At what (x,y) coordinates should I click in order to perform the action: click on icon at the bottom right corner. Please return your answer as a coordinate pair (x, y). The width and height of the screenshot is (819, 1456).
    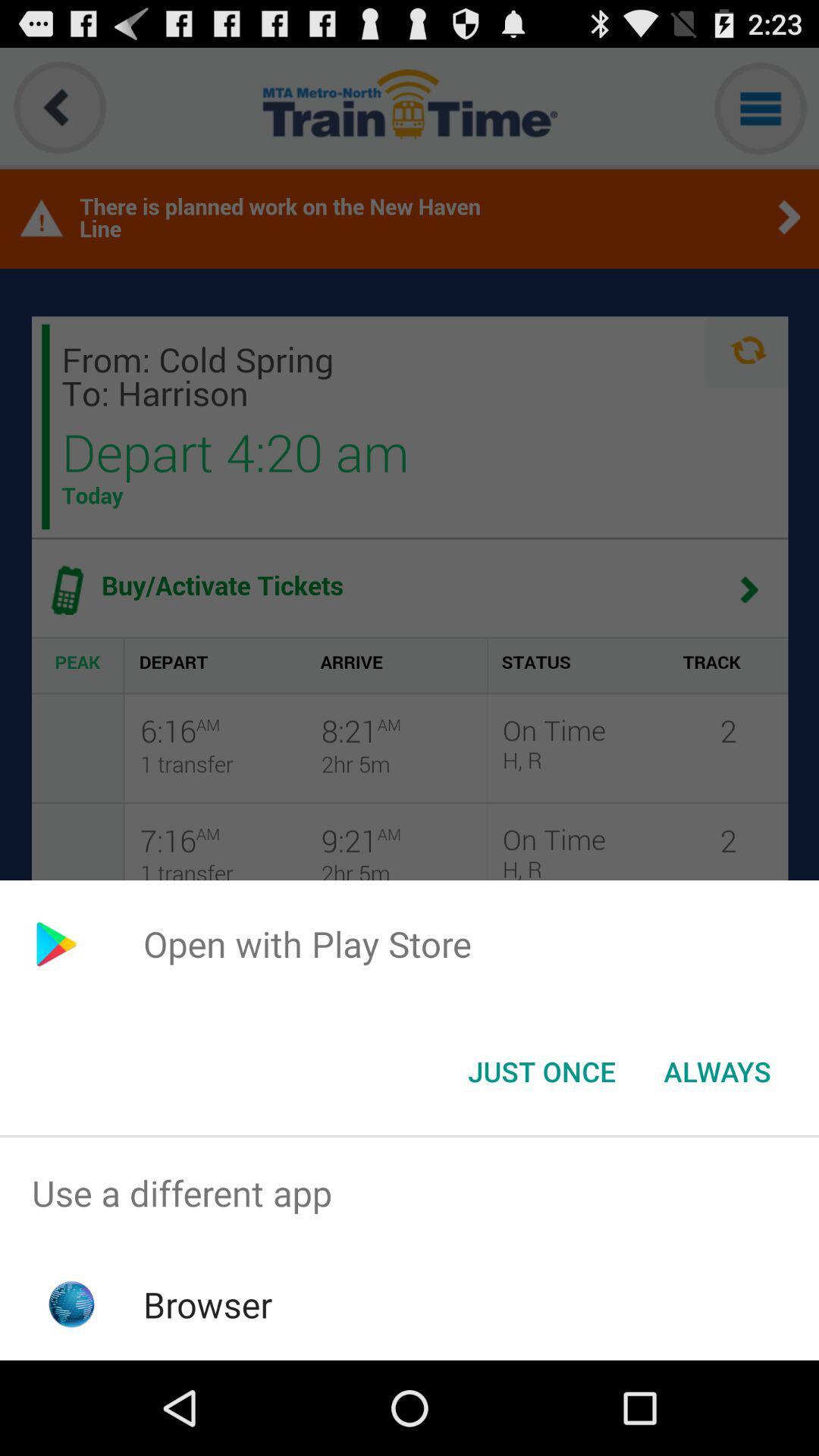
    Looking at the image, I should click on (717, 1070).